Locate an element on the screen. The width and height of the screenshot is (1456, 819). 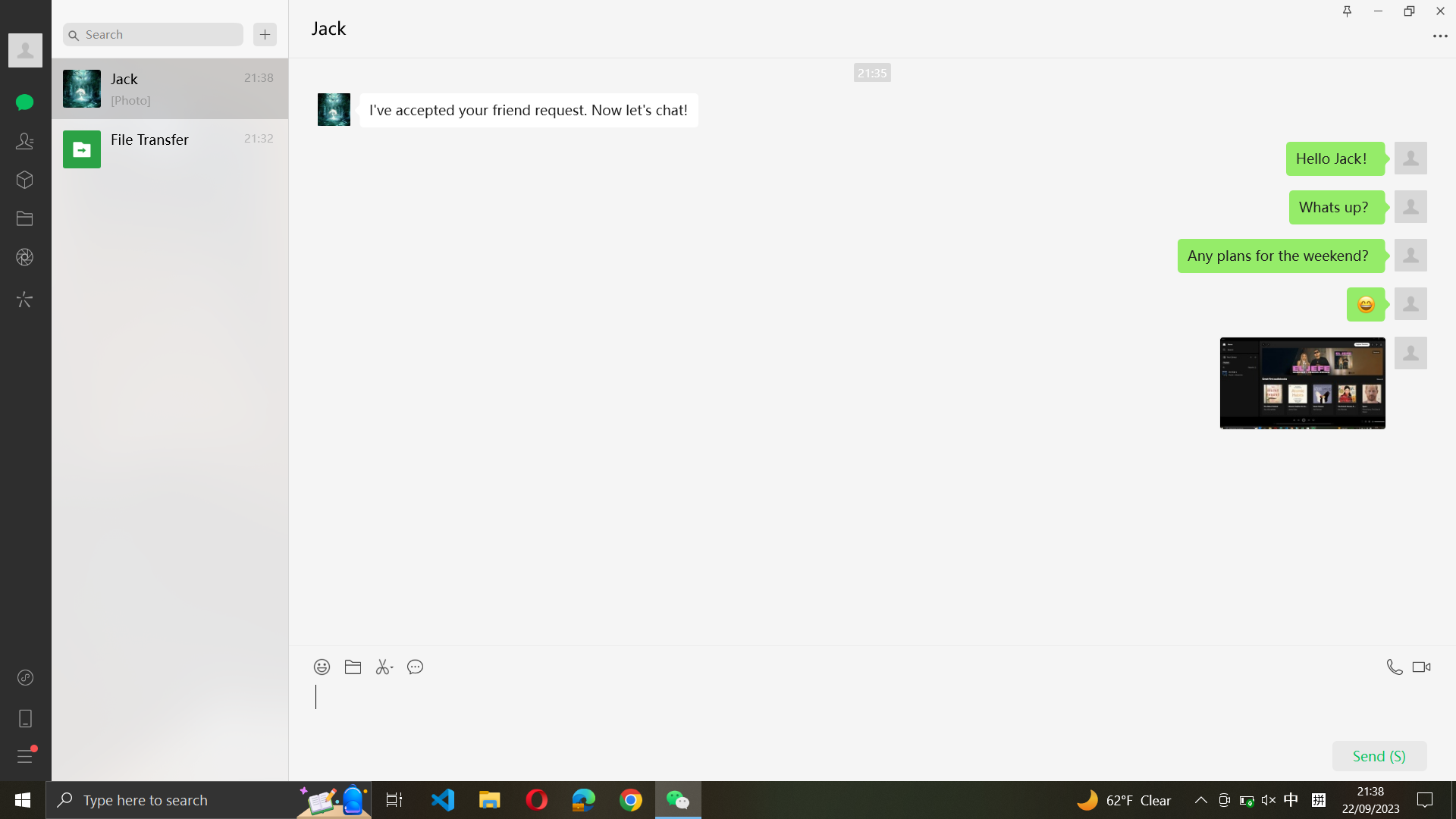
Jump to the earlier messages in the chat box with Jack is located at coordinates (872, 353).